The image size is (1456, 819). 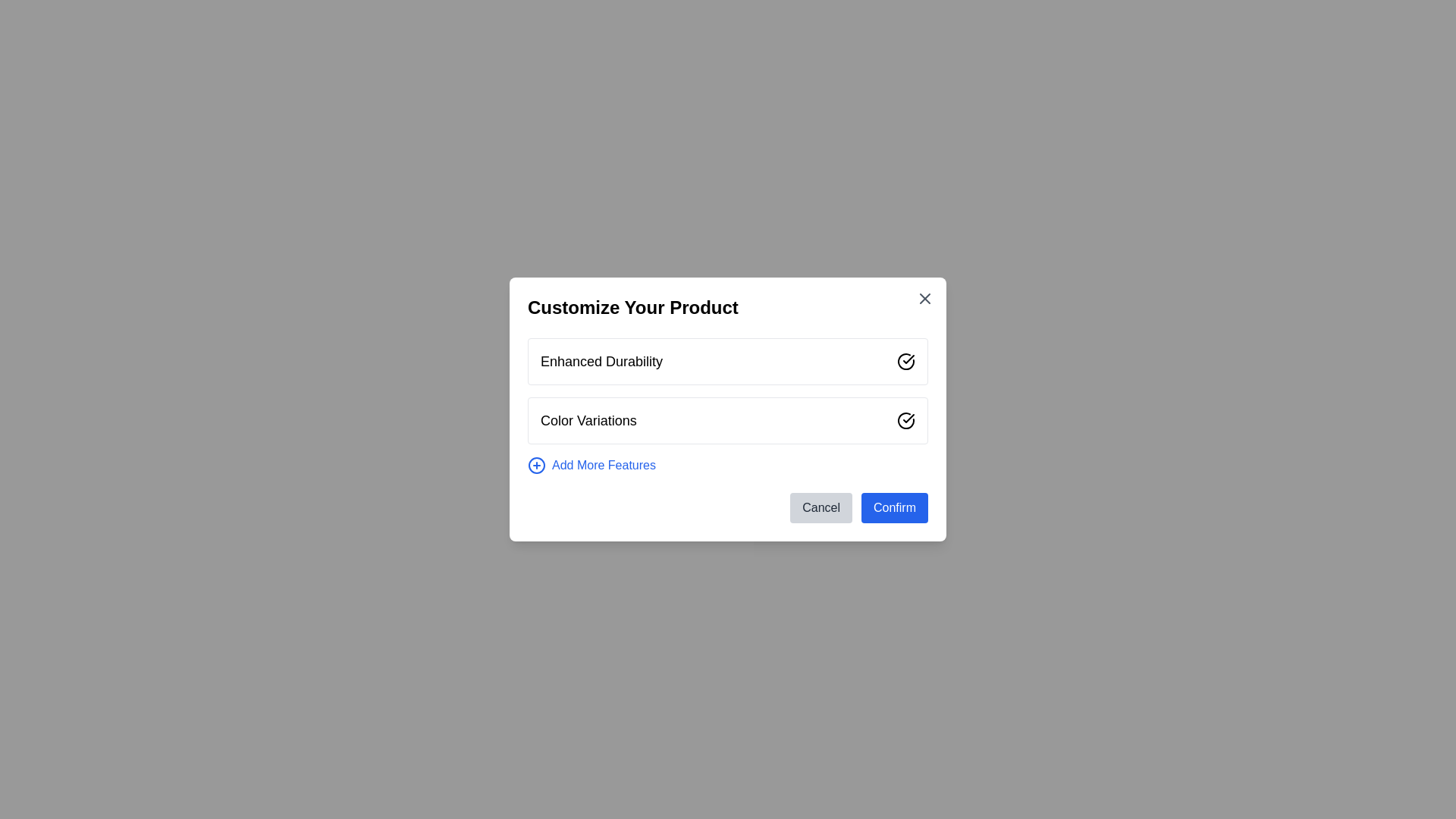 I want to click on the circular confirmation icon located on the right side of the 'Color Variations' row in the dialog box, so click(x=908, y=418).